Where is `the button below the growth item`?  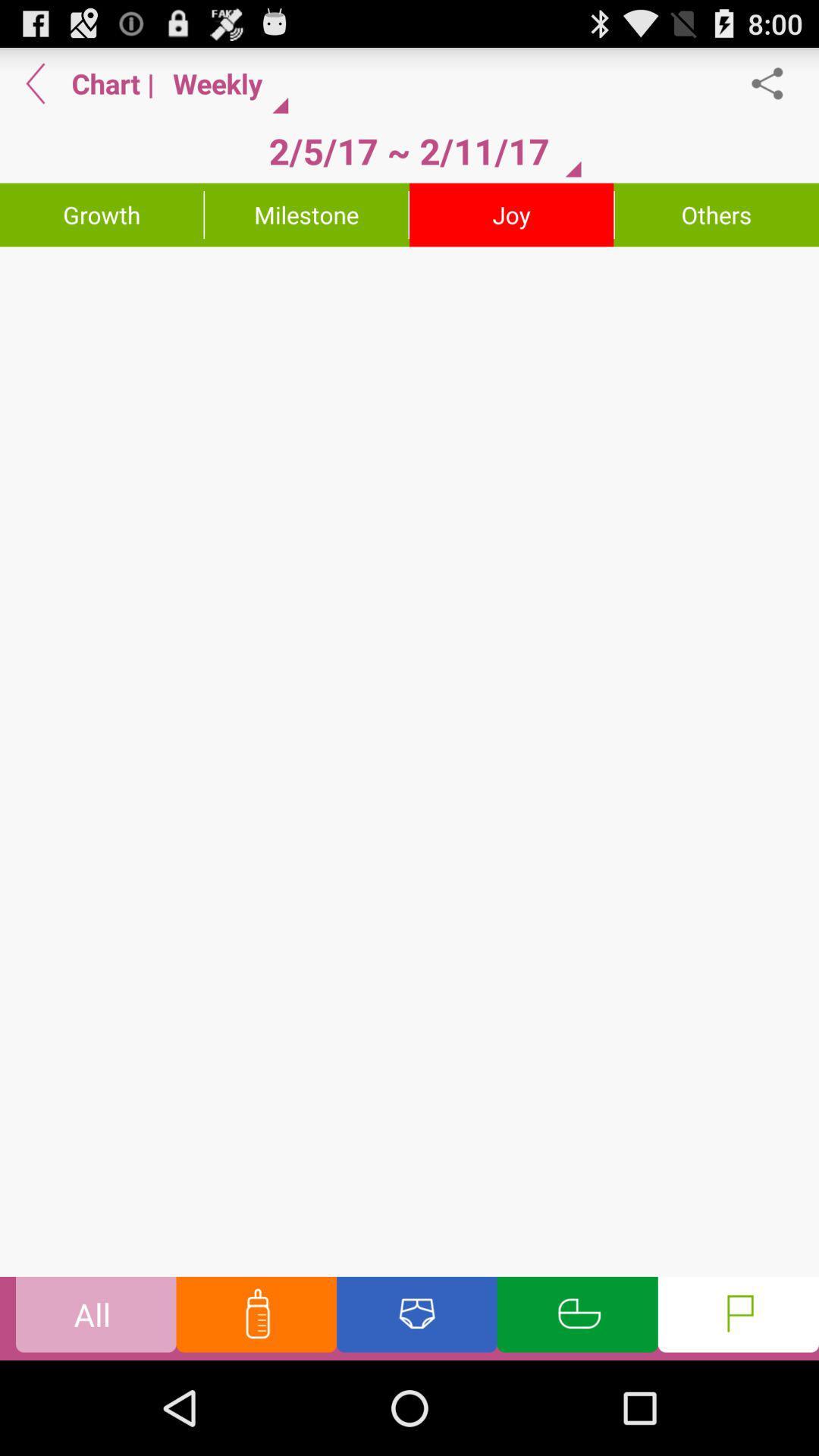
the button below the growth item is located at coordinates (409, 761).